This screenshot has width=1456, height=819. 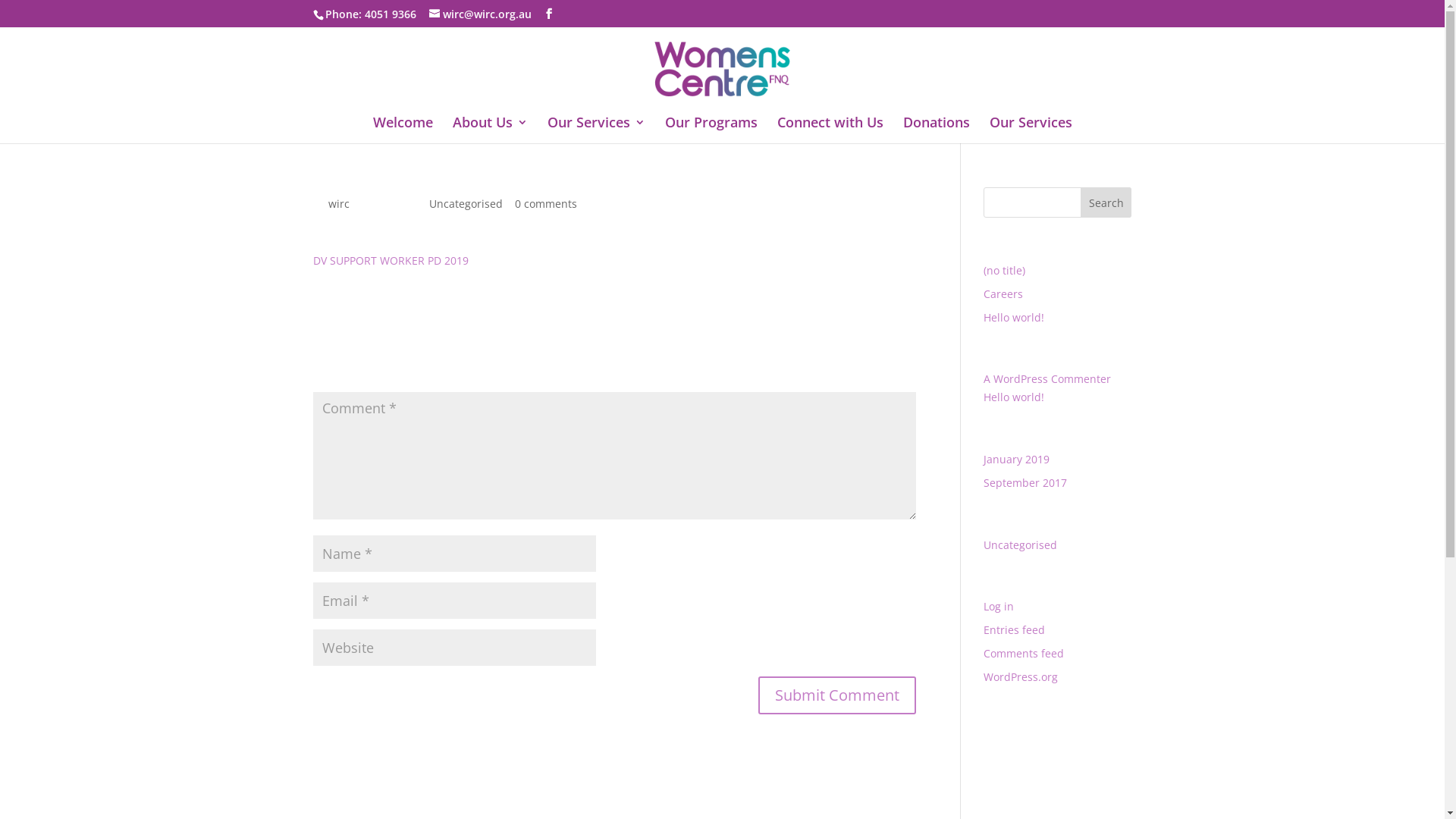 What do you see at coordinates (312, 259) in the screenshot?
I see `'DV SUPPORT WORKER PD 2019'` at bounding box center [312, 259].